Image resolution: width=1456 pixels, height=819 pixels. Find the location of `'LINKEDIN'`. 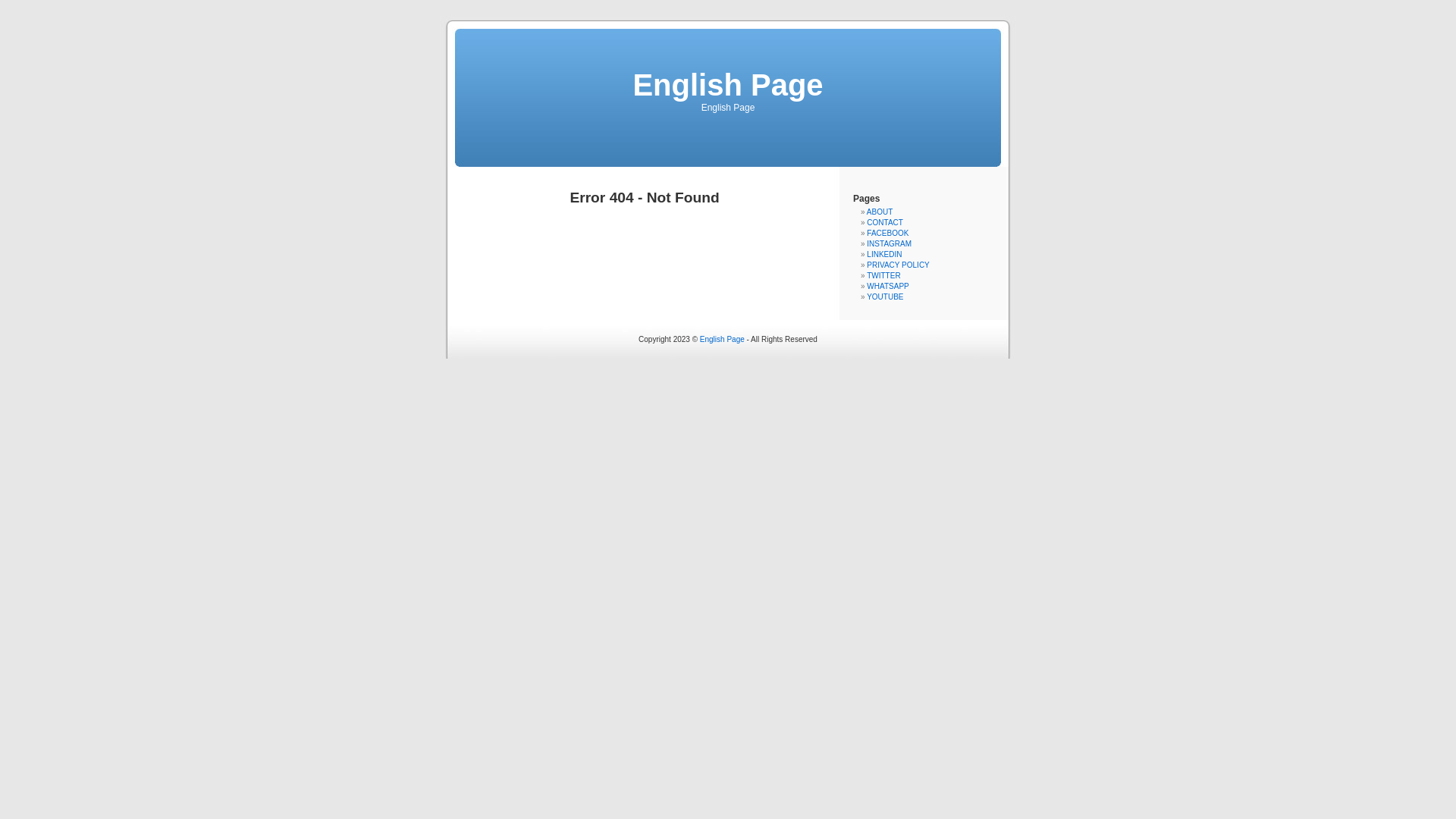

'LINKEDIN' is located at coordinates (884, 253).